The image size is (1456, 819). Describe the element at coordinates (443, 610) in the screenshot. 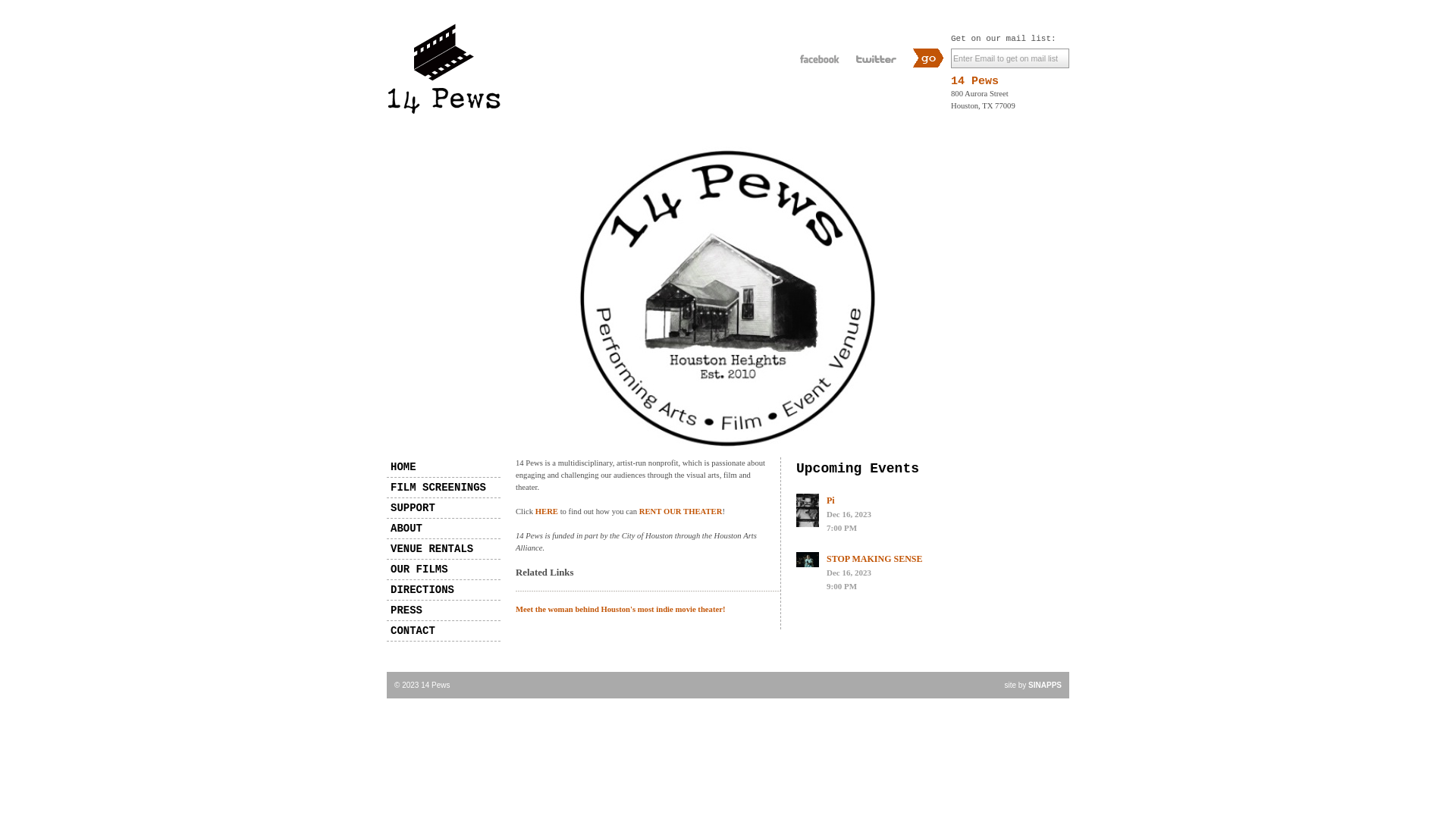

I see `'PRESS'` at that location.